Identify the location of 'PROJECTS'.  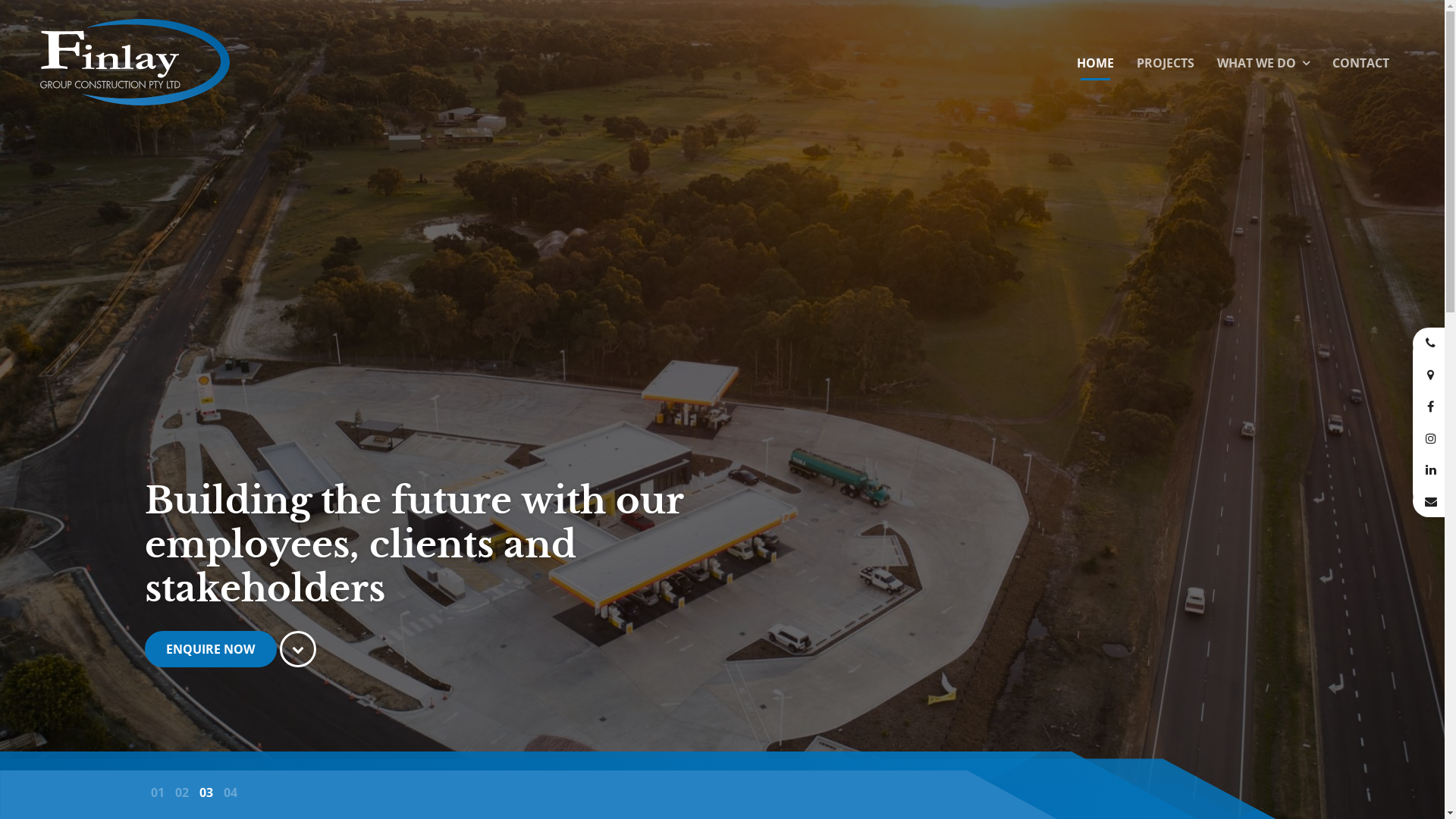
(1164, 63).